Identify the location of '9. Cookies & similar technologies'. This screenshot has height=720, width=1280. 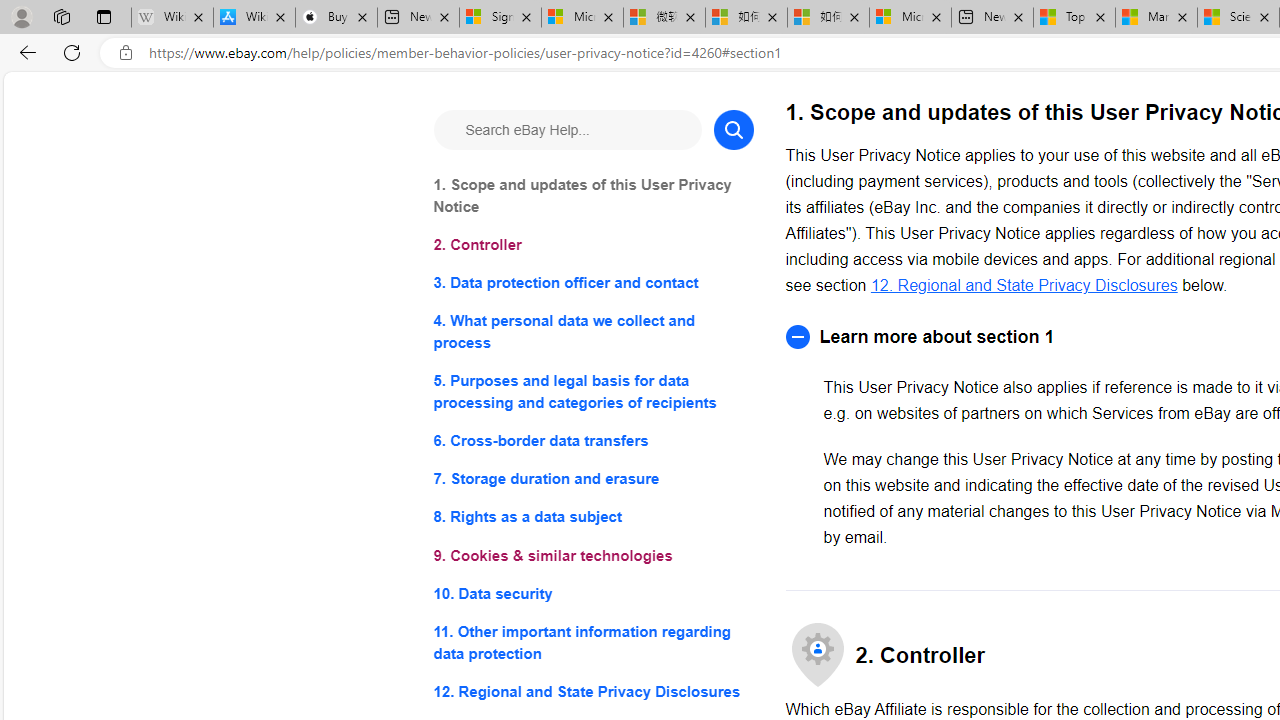
(592, 555).